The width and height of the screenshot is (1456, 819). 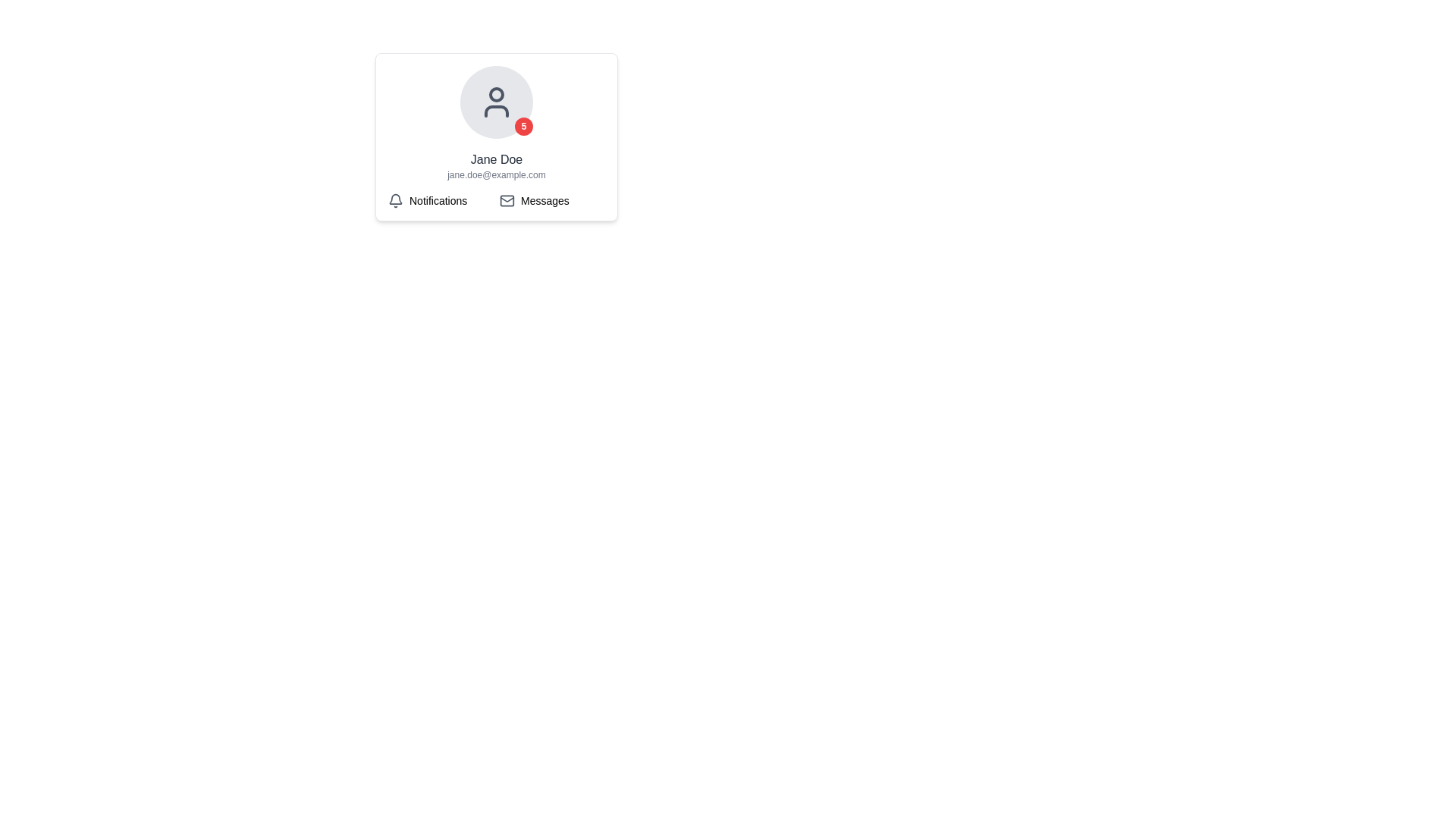 What do you see at coordinates (396, 198) in the screenshot?
I see `the bell icon in the user card interface that represents notifications and alerts` at bounding box center [396, 198].